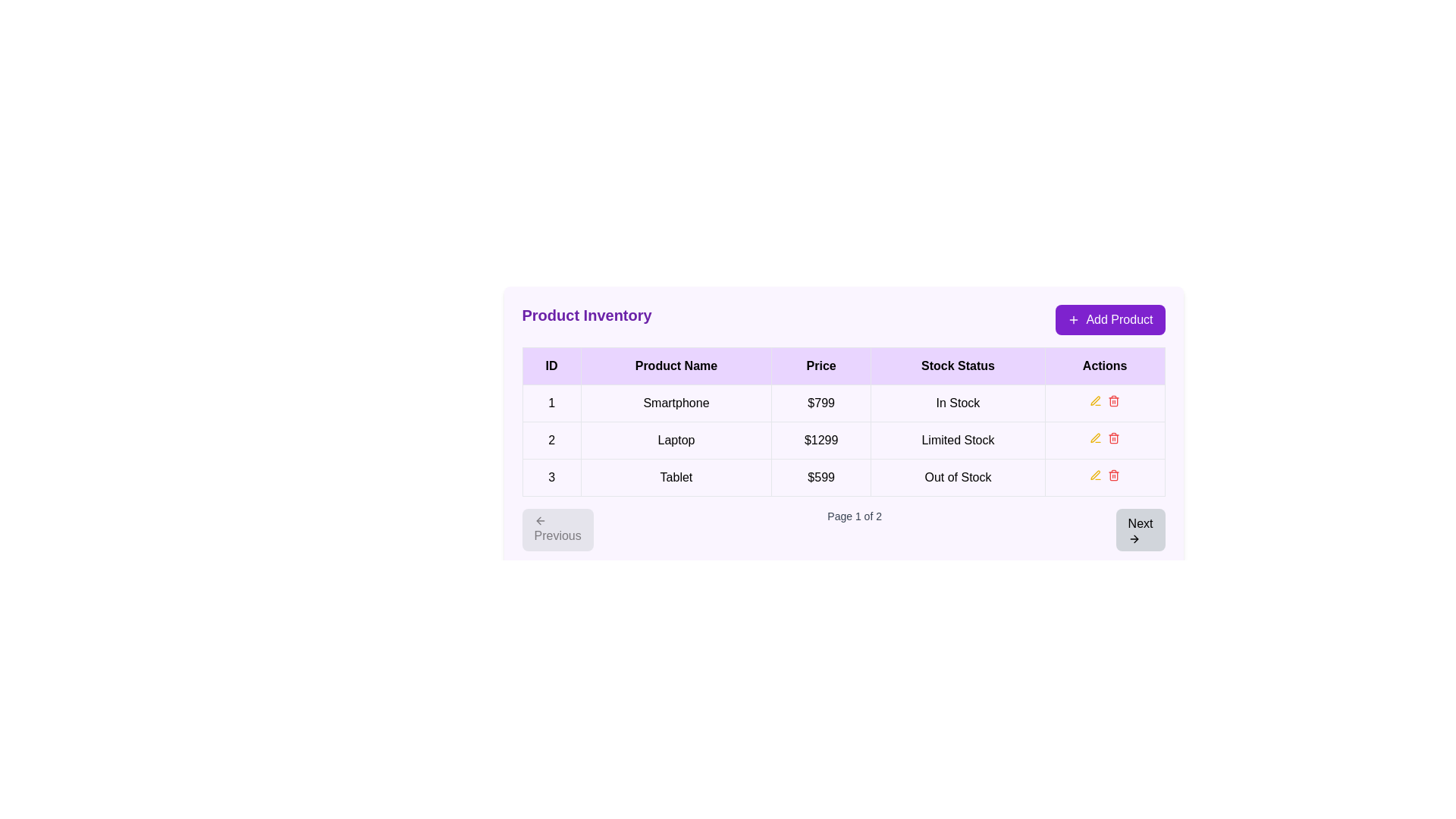 The width and height of the screenshot is (1456, 819). What do you see at coordinates (676, 366) in the screenshot?
I see `the 'Product Name' column header in the data table, which is the second column from the left, located between the 'ID' and 'Price' columns` at bounding box center [676, 366].